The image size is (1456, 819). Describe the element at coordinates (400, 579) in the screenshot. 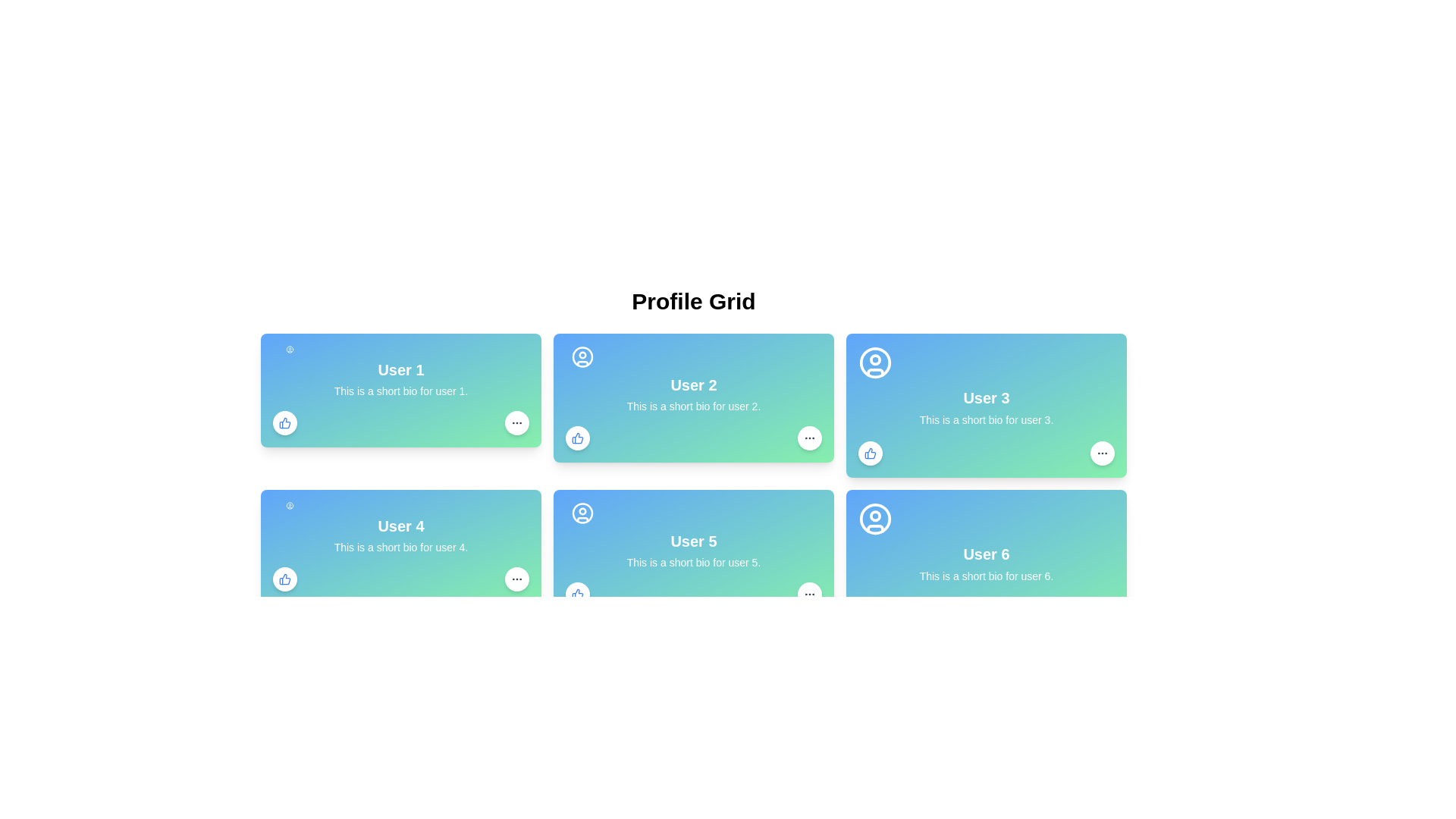

I see `the ellipsis button located on the control bar at the bottom of the 'User 4' card` at that location.